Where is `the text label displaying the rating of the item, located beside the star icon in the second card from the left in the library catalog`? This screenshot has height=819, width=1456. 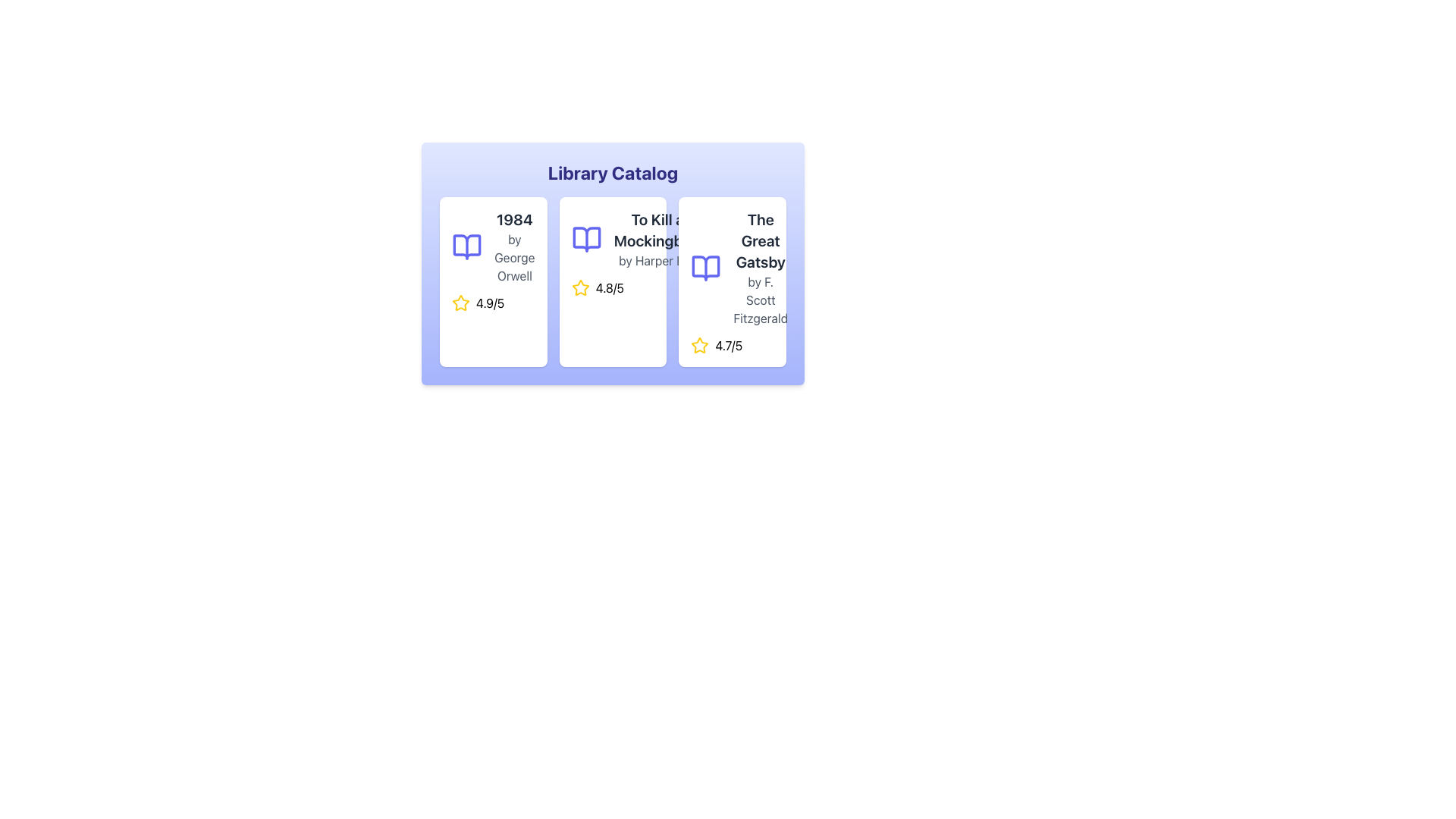
the text label displaying the rating of the item, located beside the star icon in the second card from the left in the library catalog is located at coordinates (610, 288).